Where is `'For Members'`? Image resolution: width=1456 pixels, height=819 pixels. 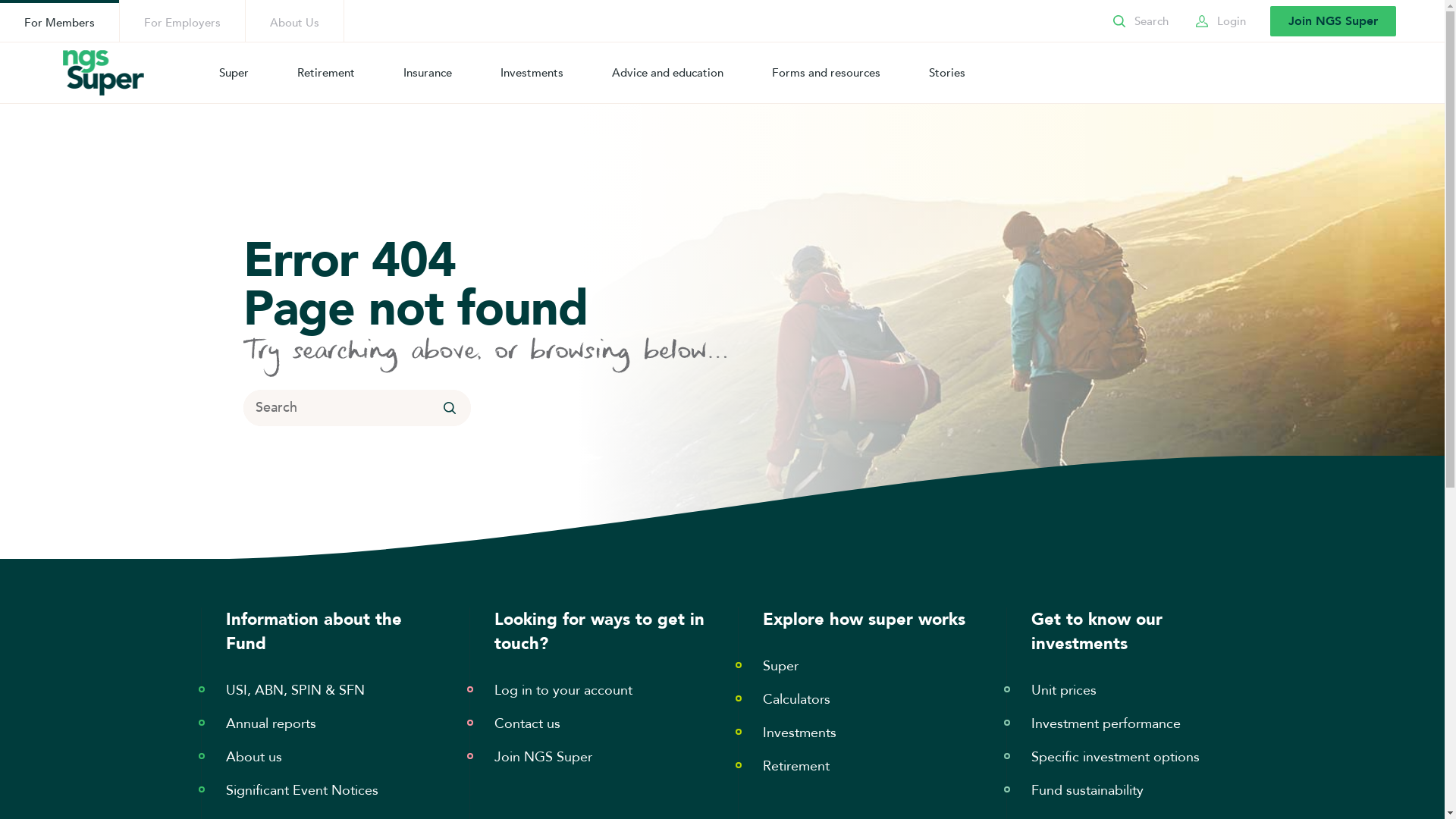
'For Members' is located at coordinates (59, 20).